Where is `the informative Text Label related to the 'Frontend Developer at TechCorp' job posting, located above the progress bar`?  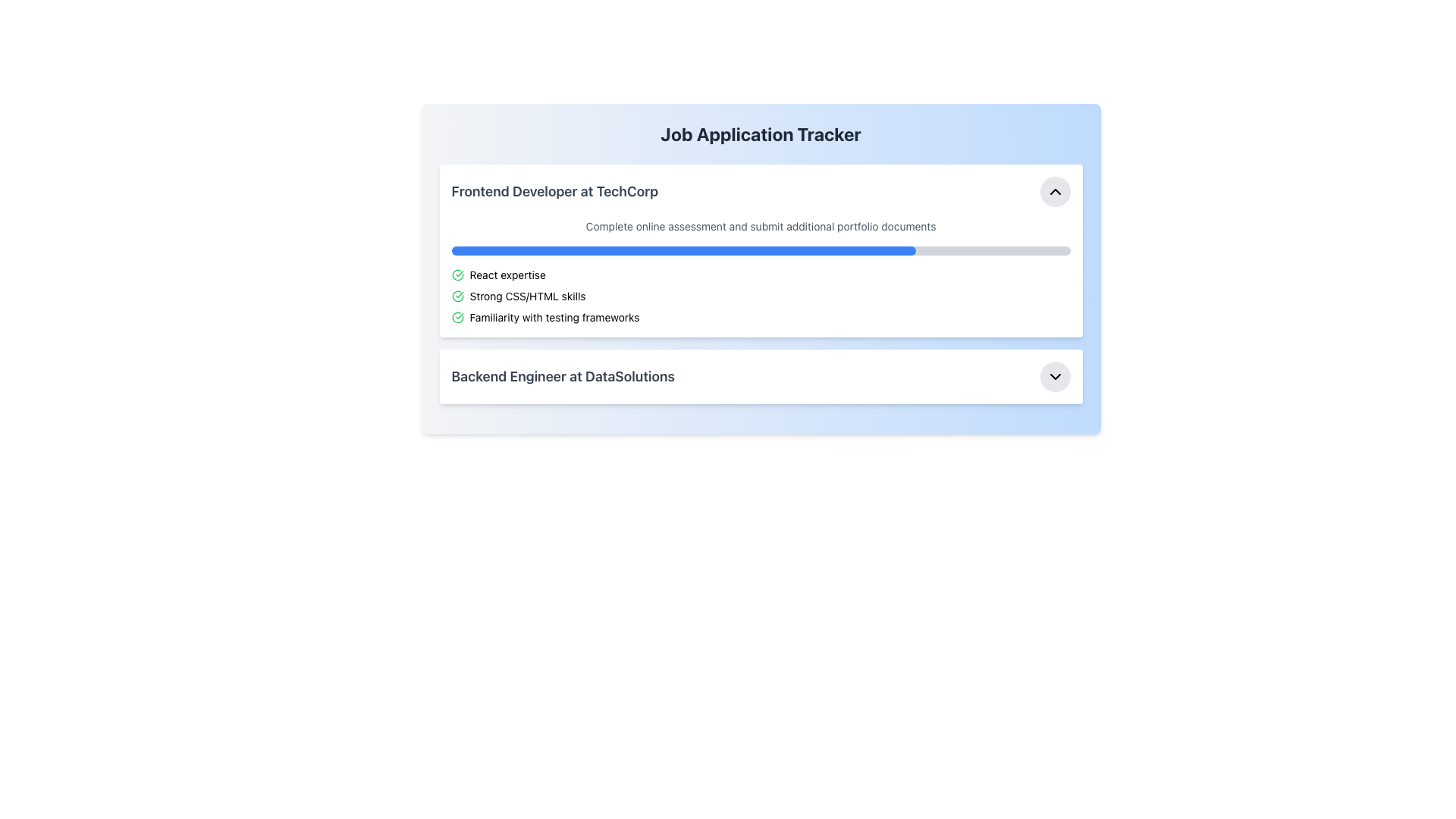 the informative Text Label related to the 'Frontend Developer at TechCorp' job posting, located above the progress bar is located at coordinates (761, 227).